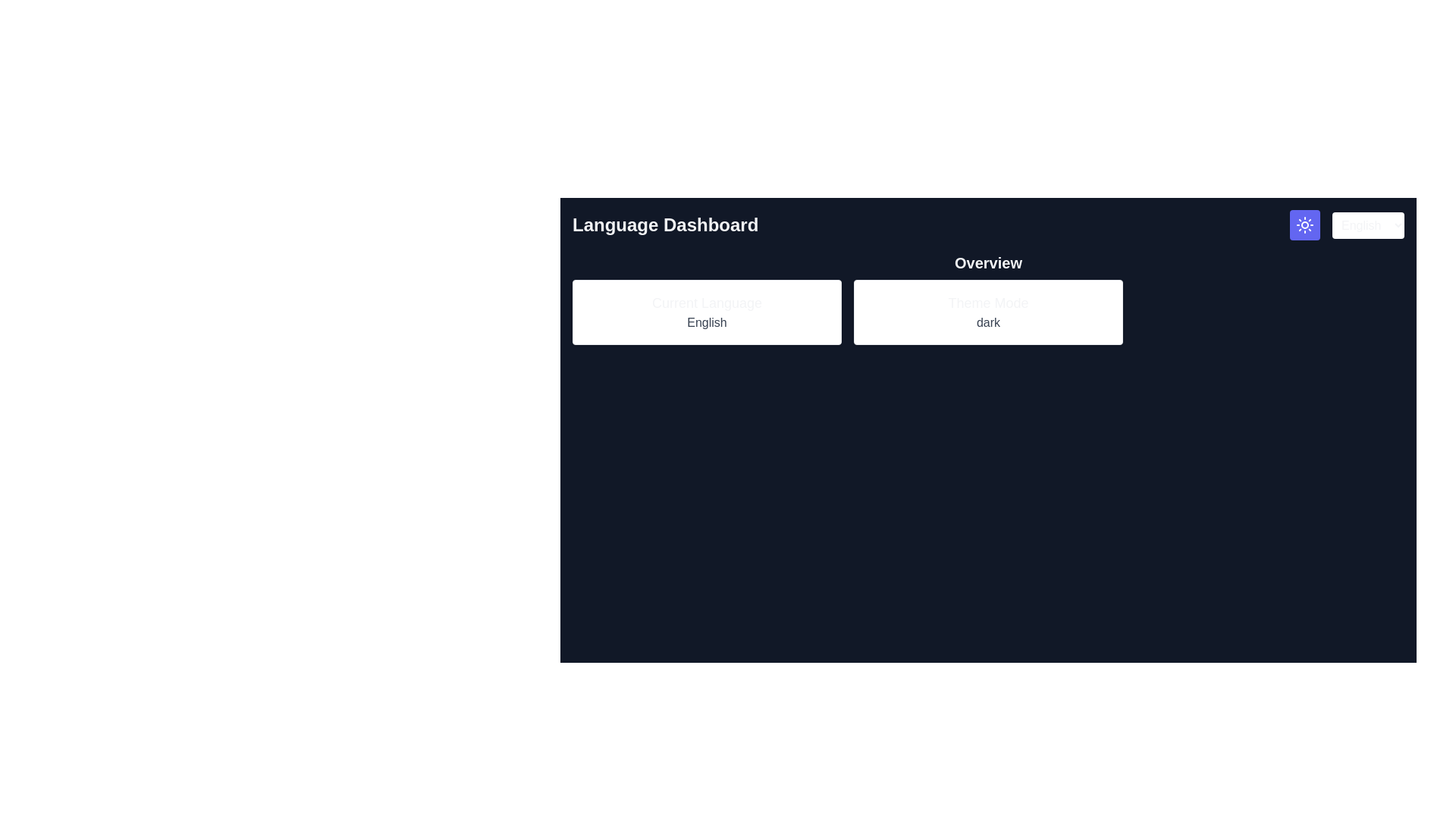 The height and width of the screenshot is (819, 1456). I want to click on the Informational card that displays 'Current Language' with a white background and shadow, located in the upper-left quadrant of the interface, so click(706, 312).